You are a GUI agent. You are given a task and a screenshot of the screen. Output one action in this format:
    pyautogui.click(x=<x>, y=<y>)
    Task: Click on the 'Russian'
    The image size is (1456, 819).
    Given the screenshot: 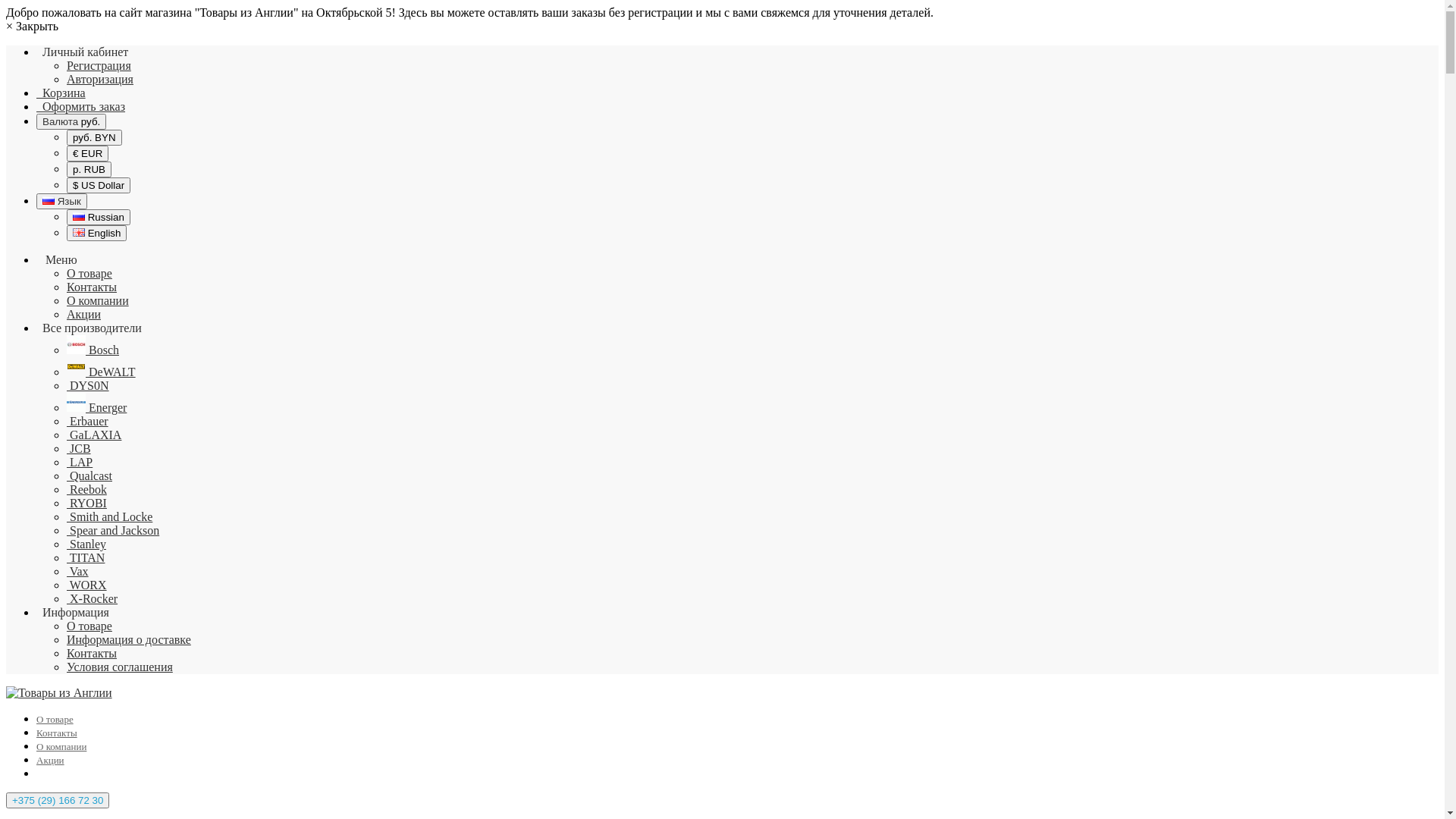 What is the action you would take?
    pyautogui.click(x=97, y=217)
    